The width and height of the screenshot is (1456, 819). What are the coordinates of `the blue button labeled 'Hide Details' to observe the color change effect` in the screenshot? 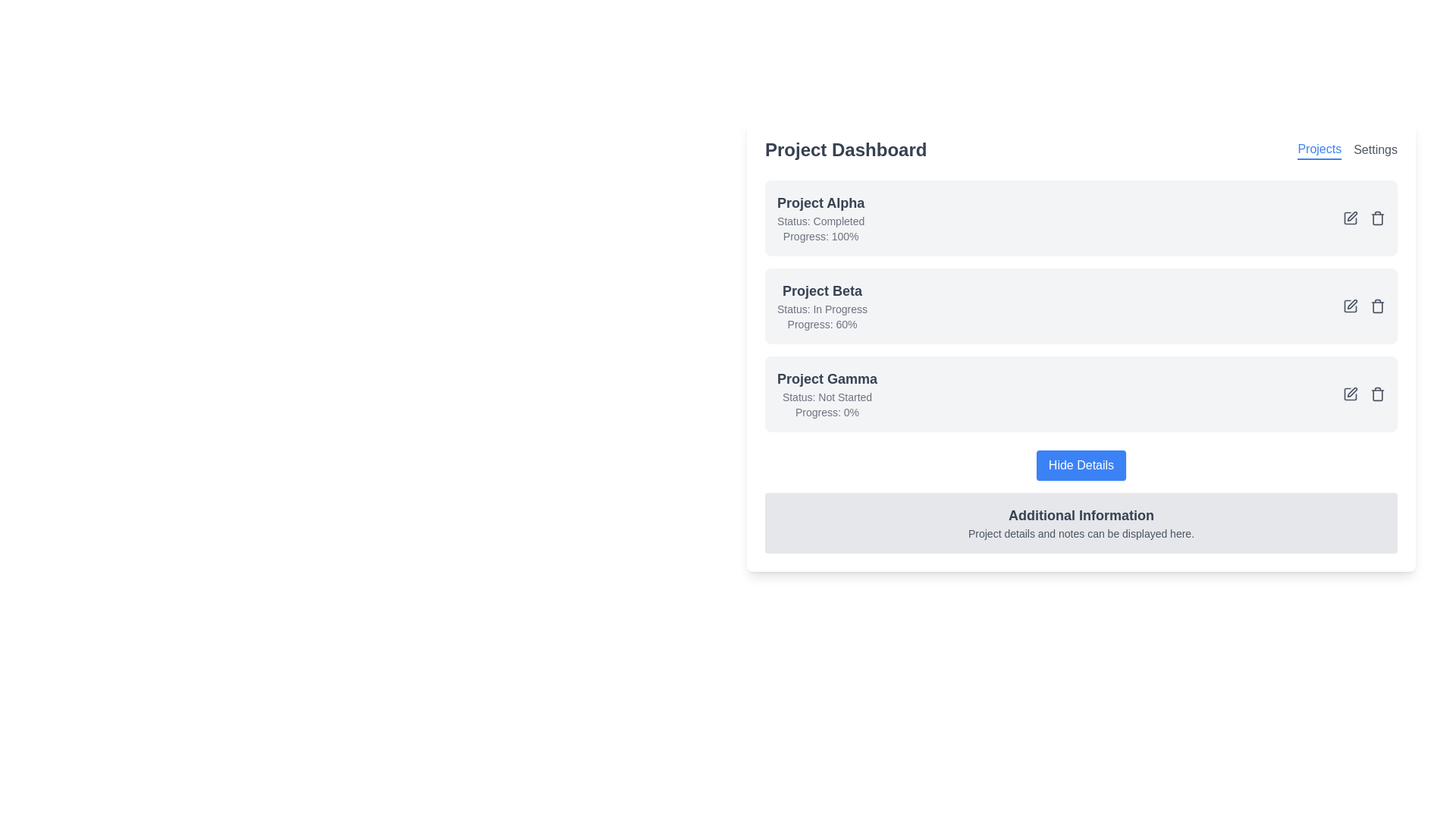 It's located at (1080, 464).